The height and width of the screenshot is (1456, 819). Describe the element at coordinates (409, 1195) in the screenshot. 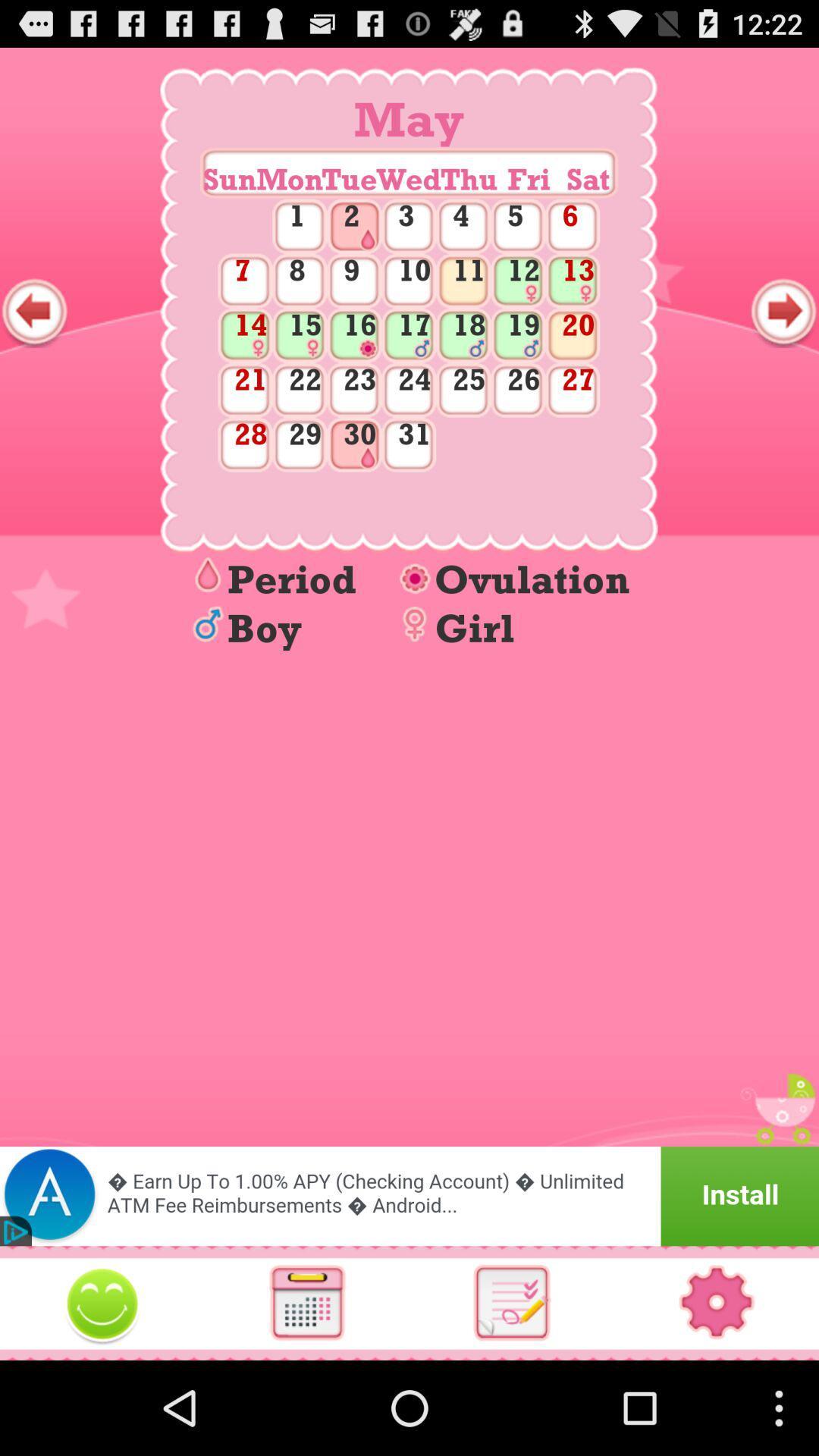

I see `advertisement banner` at that location.